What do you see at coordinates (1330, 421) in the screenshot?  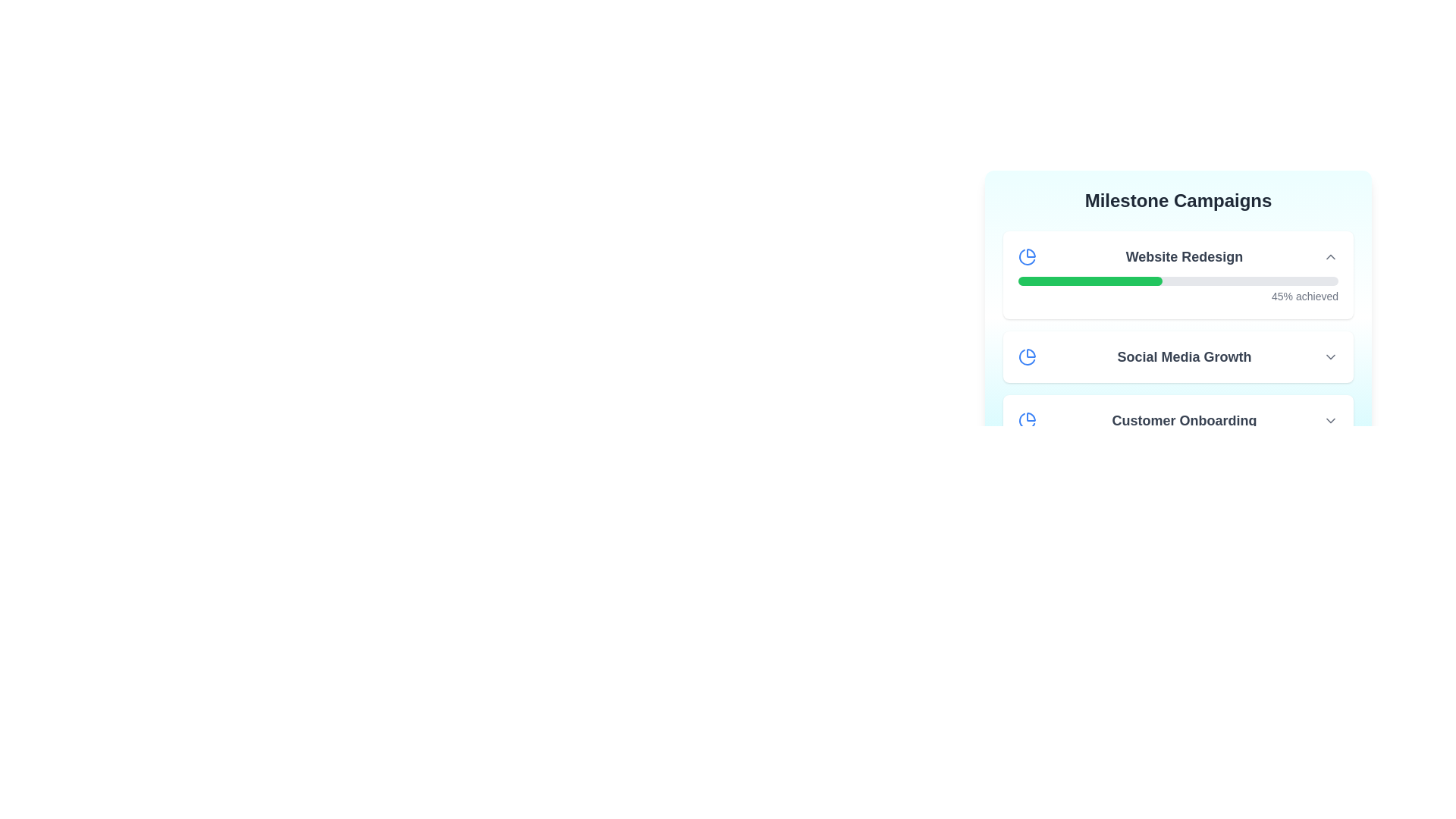 I see `the downward-pointing chevron icon at the end of the 'Customer Onboarding' row` at bounding box center [1330, 421].